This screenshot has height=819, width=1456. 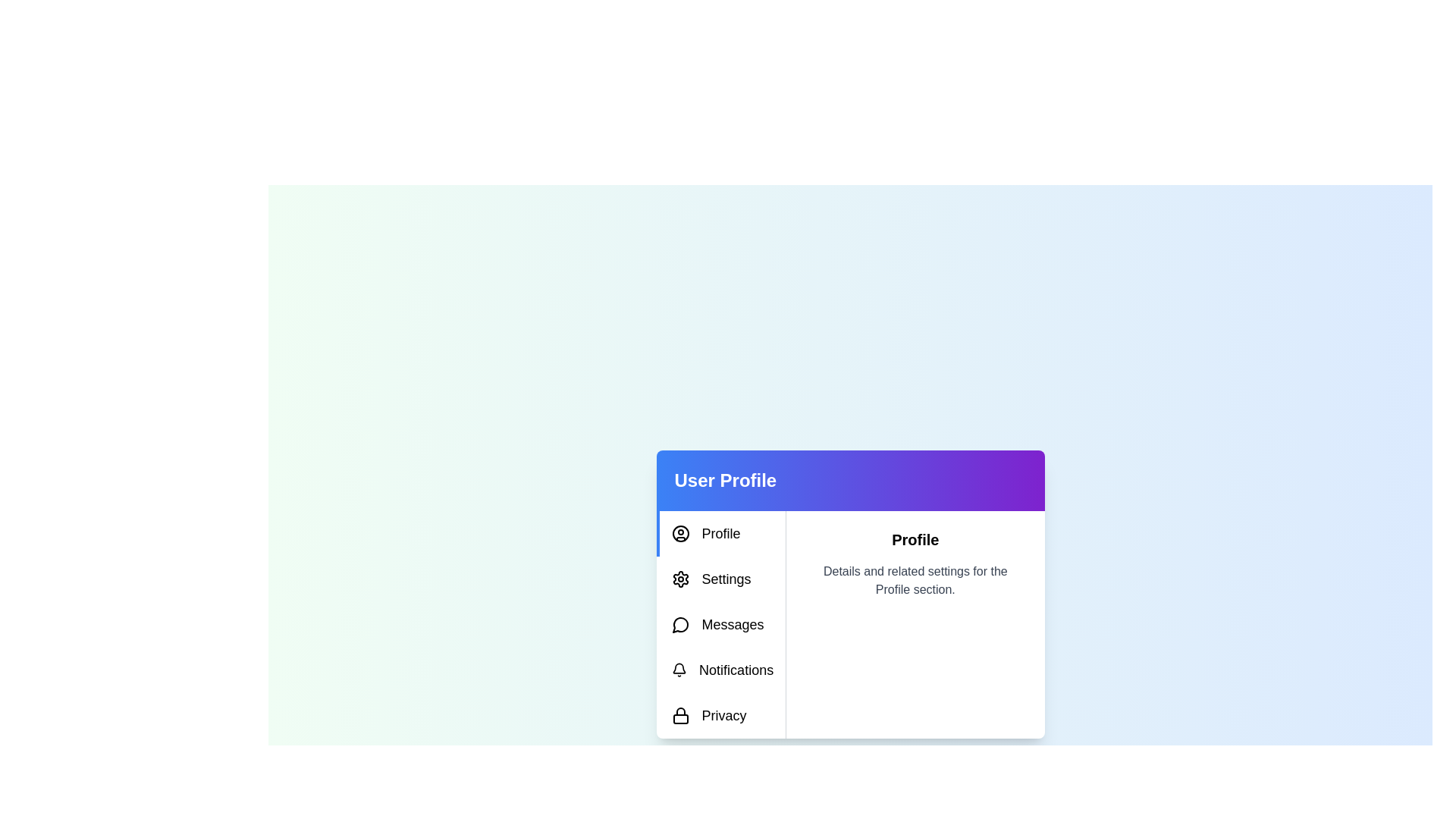 What do you see at coordinates (720, 669) in the screenshot?
I see `the tab labeled 'Notifications' to display its content` at bounding box center [720, 669].